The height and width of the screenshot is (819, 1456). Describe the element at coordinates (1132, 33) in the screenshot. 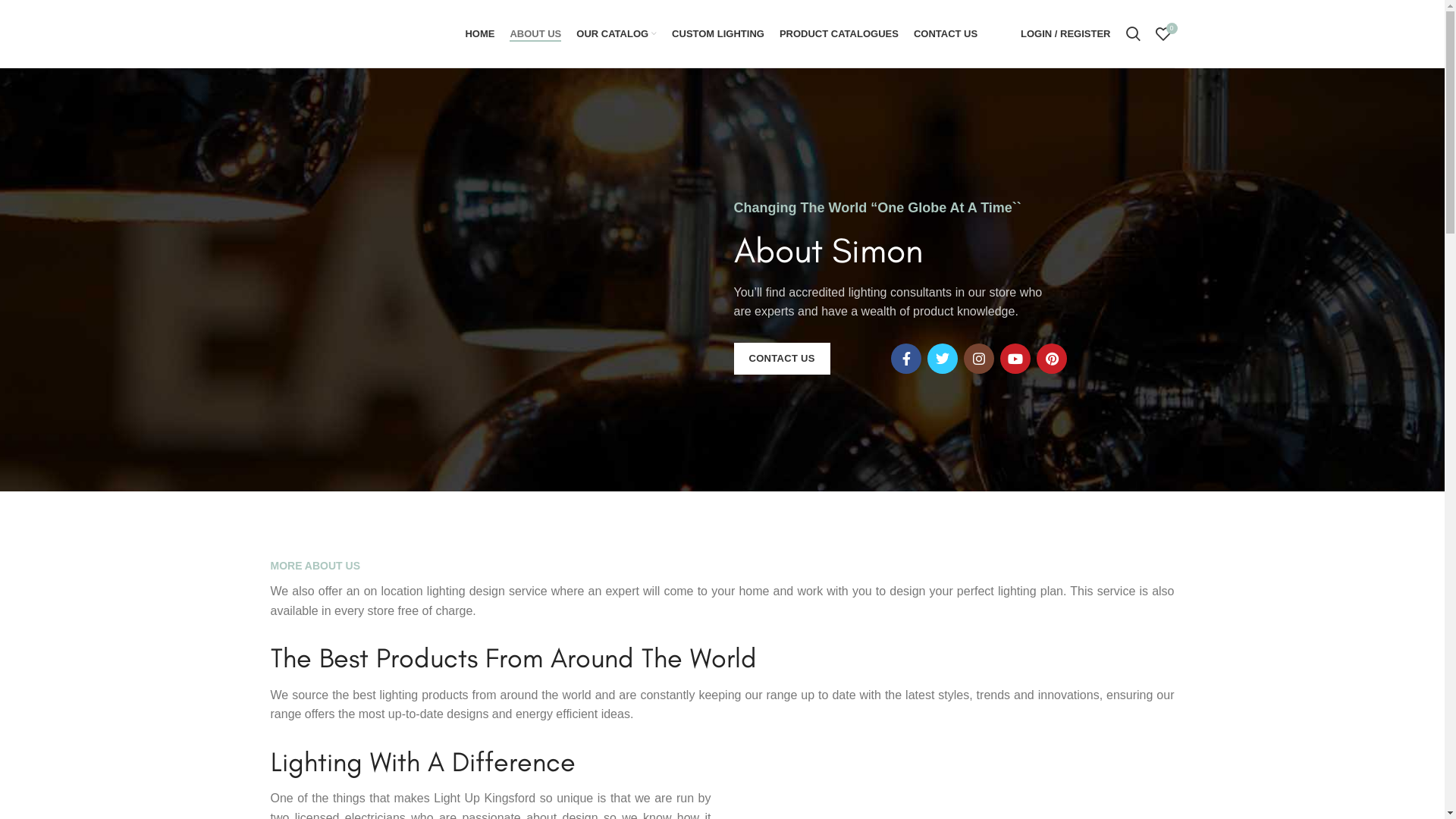

I see `'Search'` at that location.